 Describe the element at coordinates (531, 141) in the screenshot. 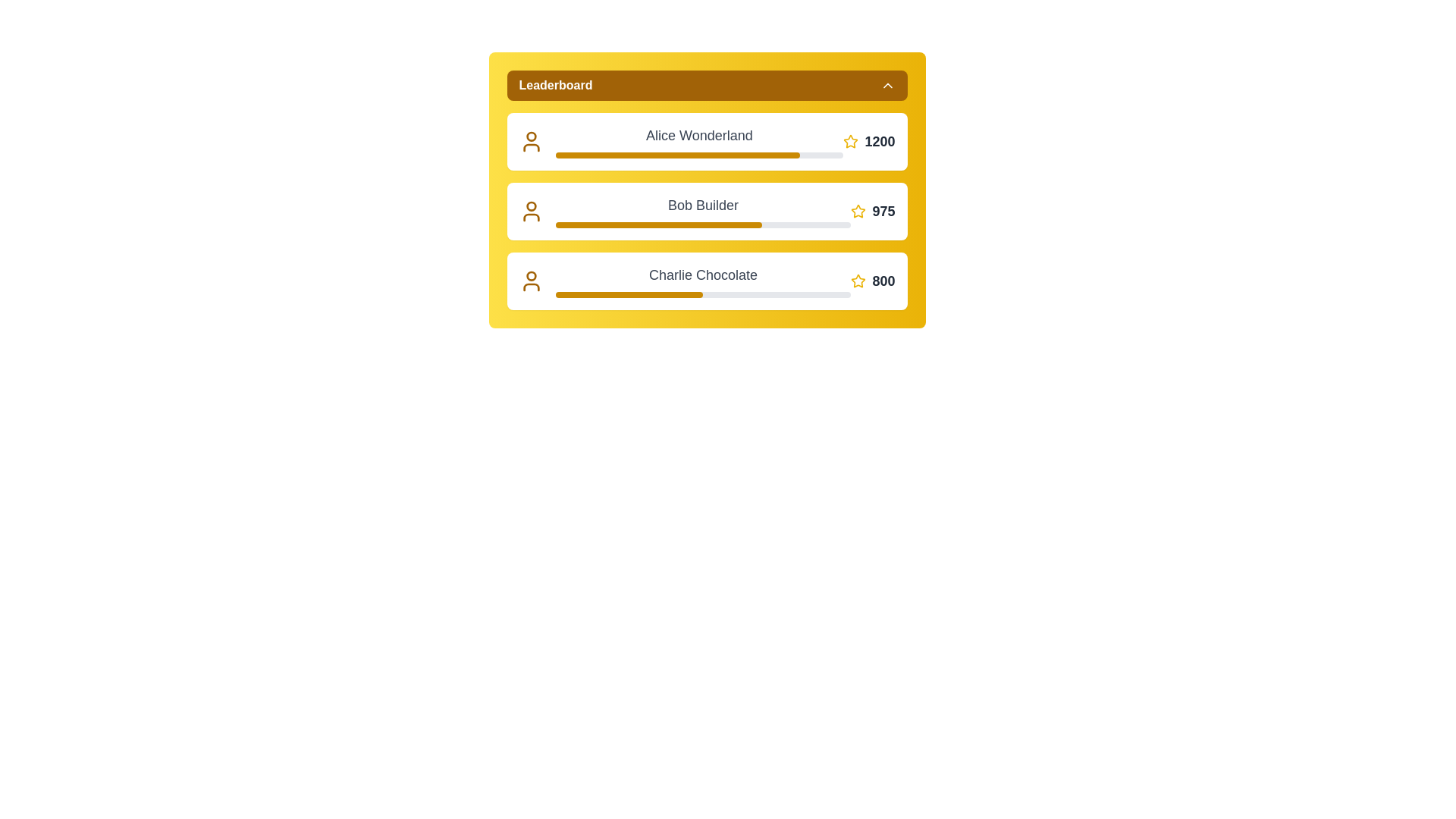

I see `the user profile icon representing 'Alice Wonderland' in the leaderboard, which is the leftmost component of the first entry showing '1200' points` at that location.